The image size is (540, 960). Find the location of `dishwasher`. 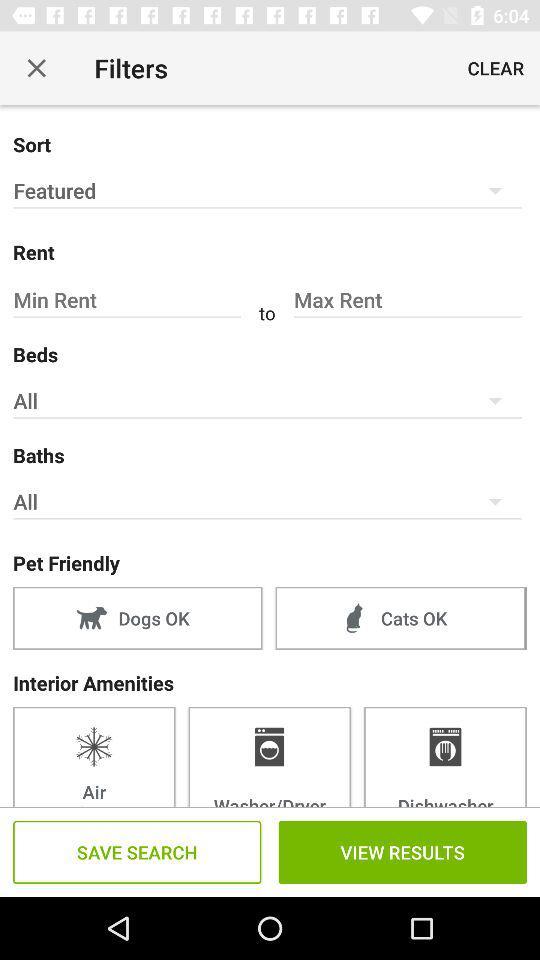

dishwasher is located at coordinates (445, 755).